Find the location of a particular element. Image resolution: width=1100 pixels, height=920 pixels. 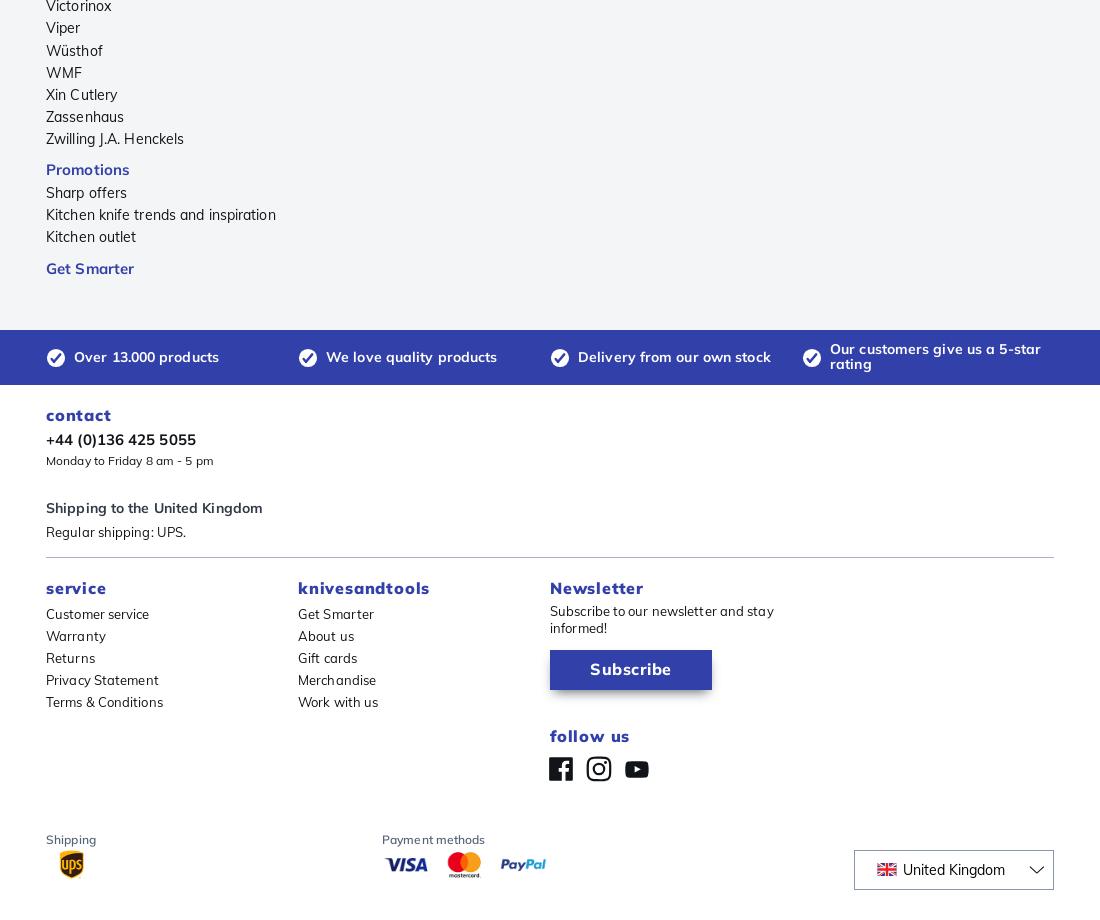

'Our customers give us a 5-star rating' is located at coordinates (935, 355).